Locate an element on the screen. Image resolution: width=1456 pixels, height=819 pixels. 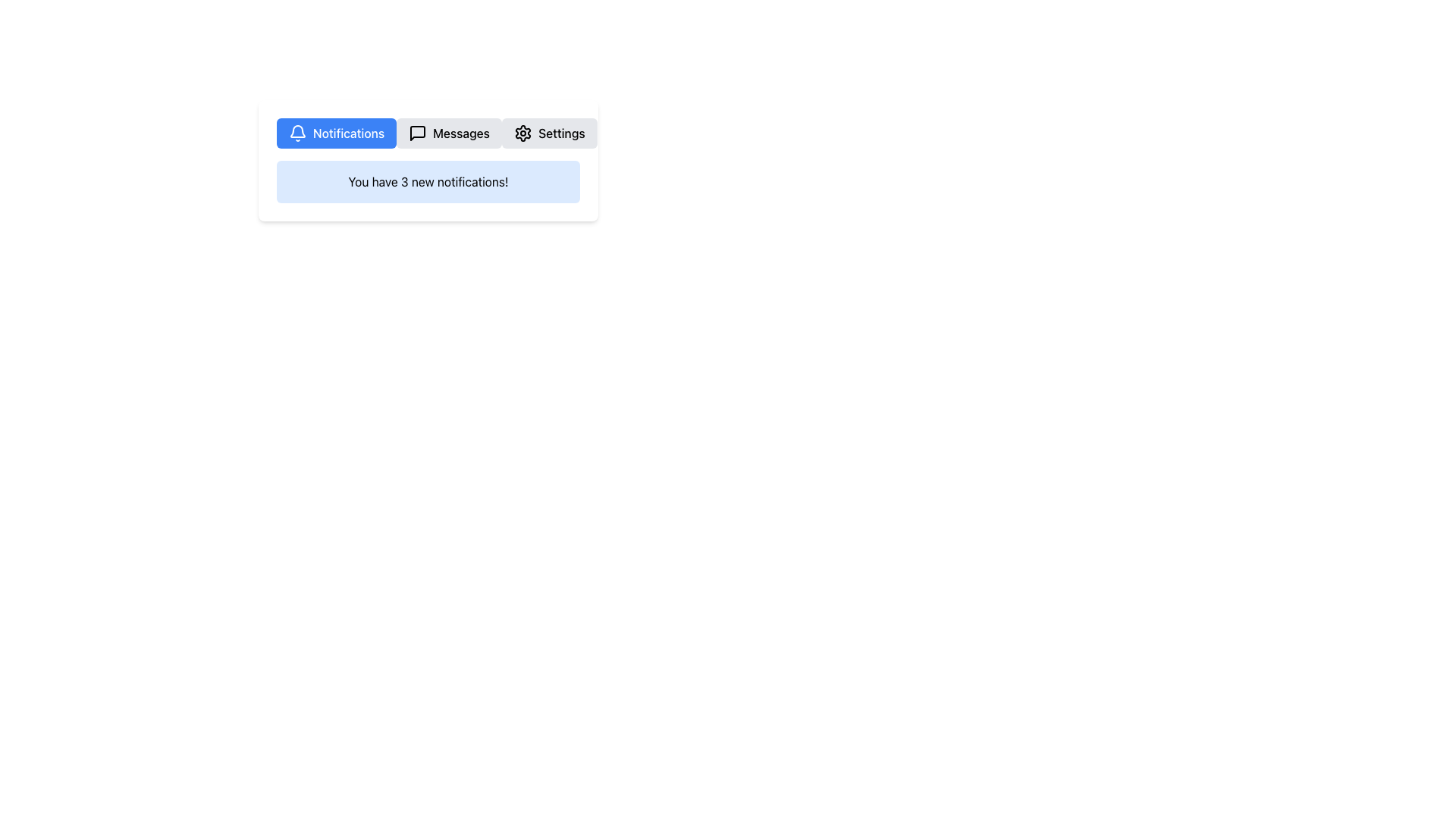
the static text label indicating the settings section in the top-right of the navigation area is located at coordinates (560, 133).